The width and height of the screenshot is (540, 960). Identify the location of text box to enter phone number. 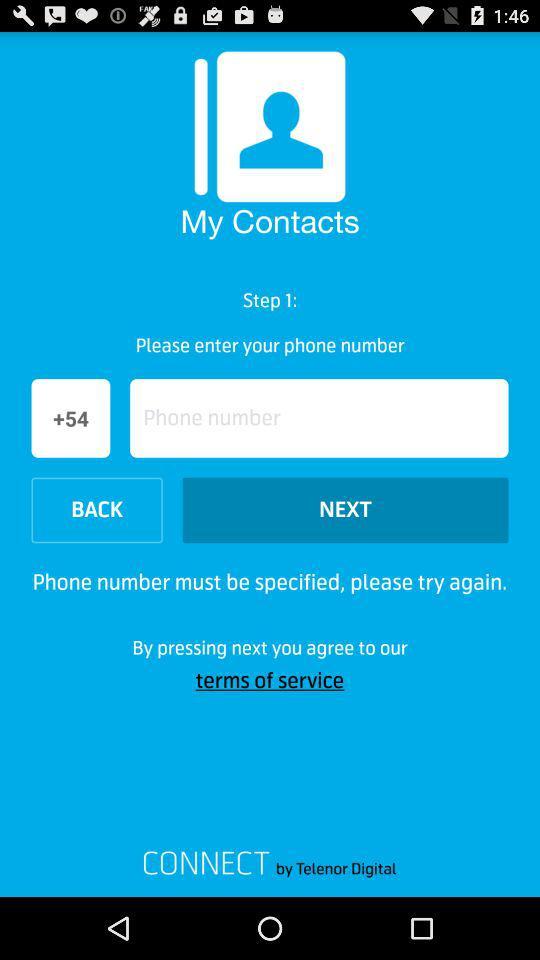
(319, 417).